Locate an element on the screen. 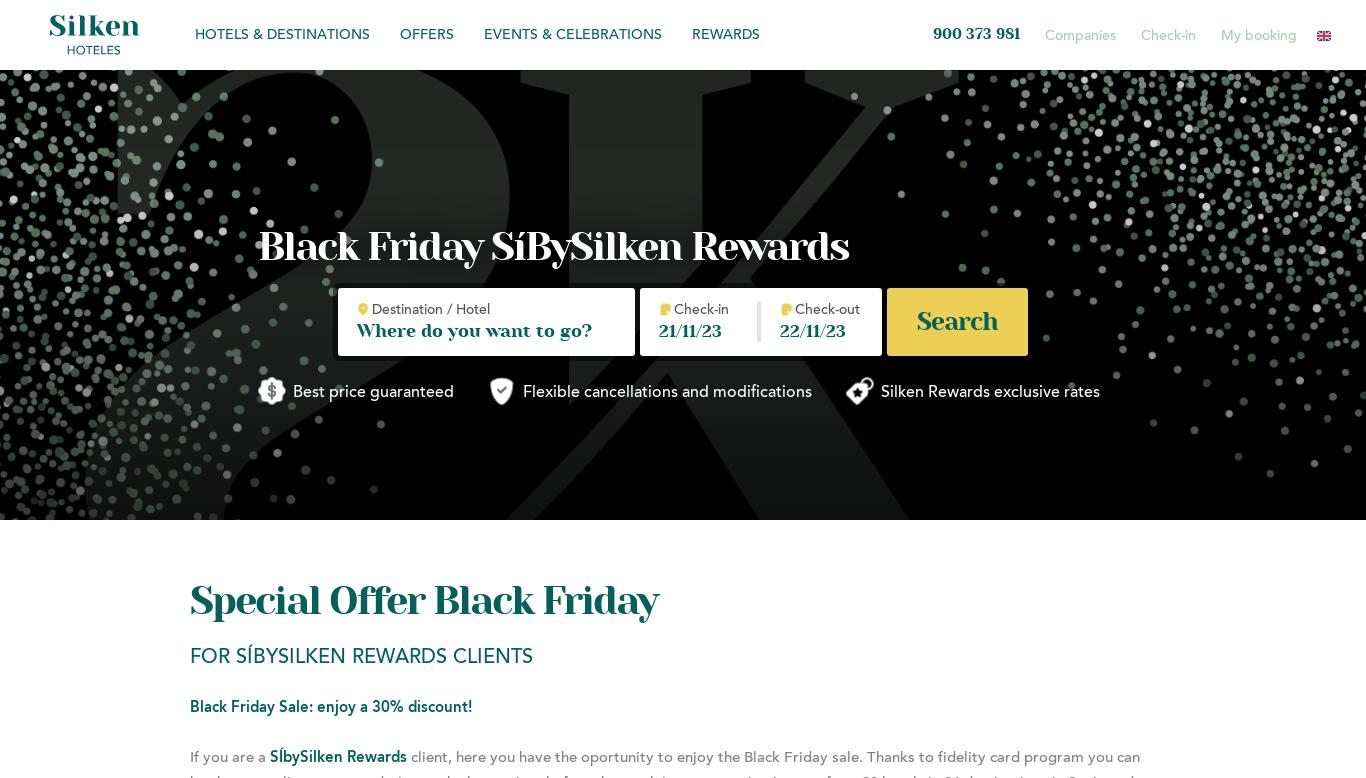  'Check-in' is located at coordinates (700, 310).